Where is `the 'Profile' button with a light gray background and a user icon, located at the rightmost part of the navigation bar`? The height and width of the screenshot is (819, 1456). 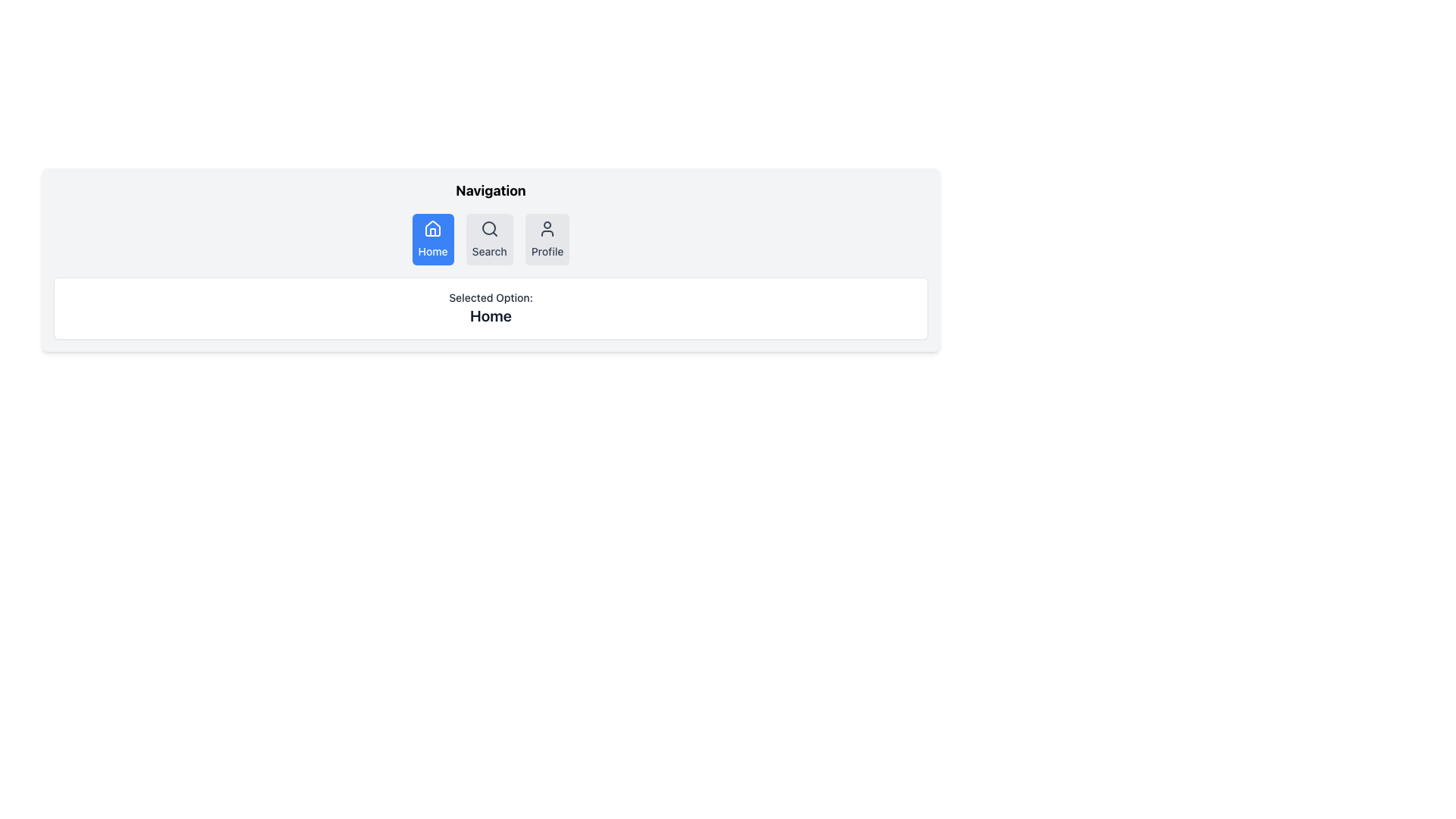 the 'Profile' button with a light gray background and a user icon, located at the rightmost part of the navigation bar is located at coordinates (546, 239).